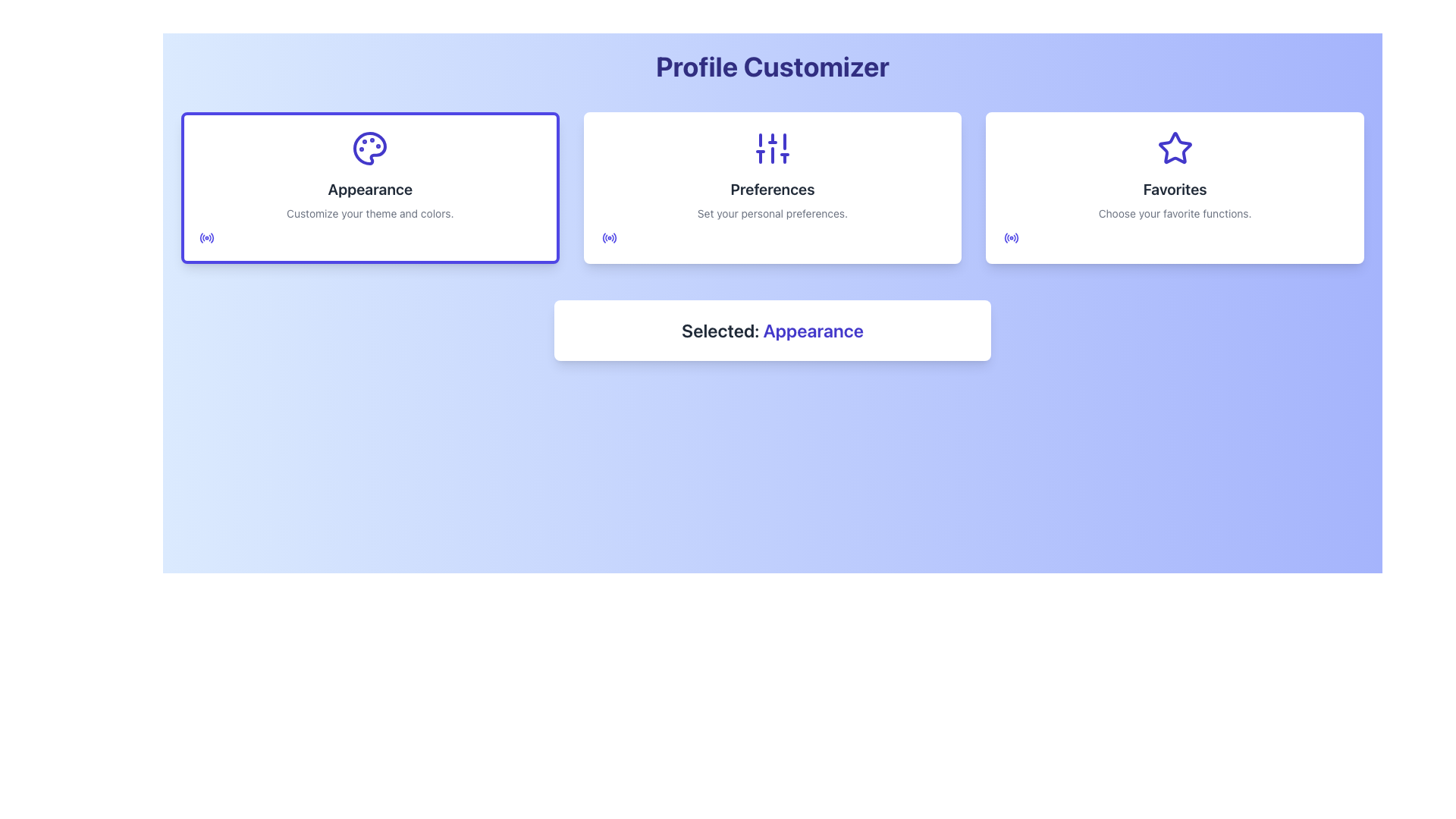 The image size is (1456, 819). What do you see at coordinates (1174, 149) in the screenshot?
I see `the star-shaped icon outlined in indigo color located at the top center of the 'Favorites' card, which is the rightmost card in the row` at bounding box center [1174, 149].